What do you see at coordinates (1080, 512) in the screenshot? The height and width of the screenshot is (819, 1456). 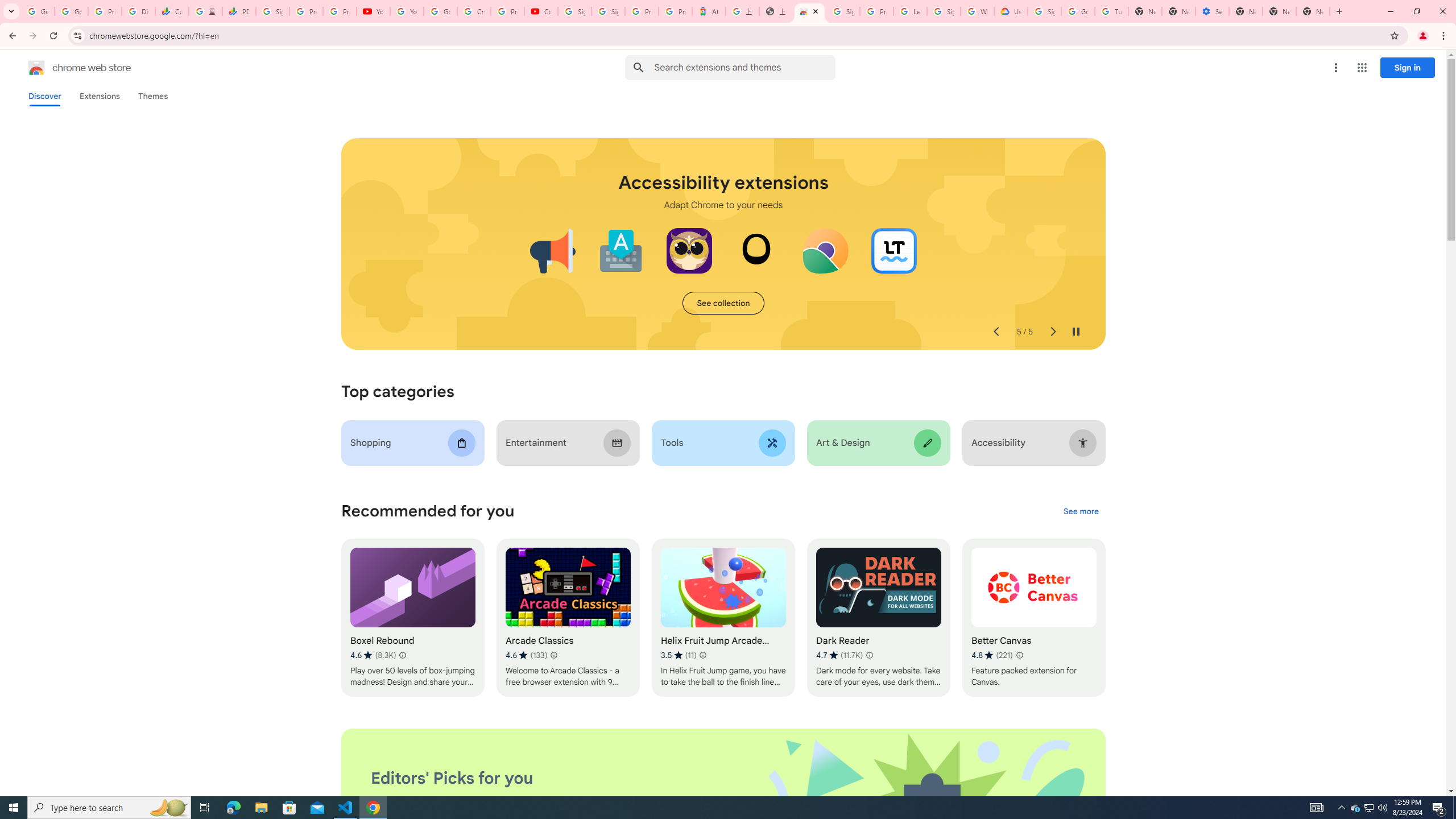 I see `'See more personalized recommendations'` at bounding box center [1080, 512].